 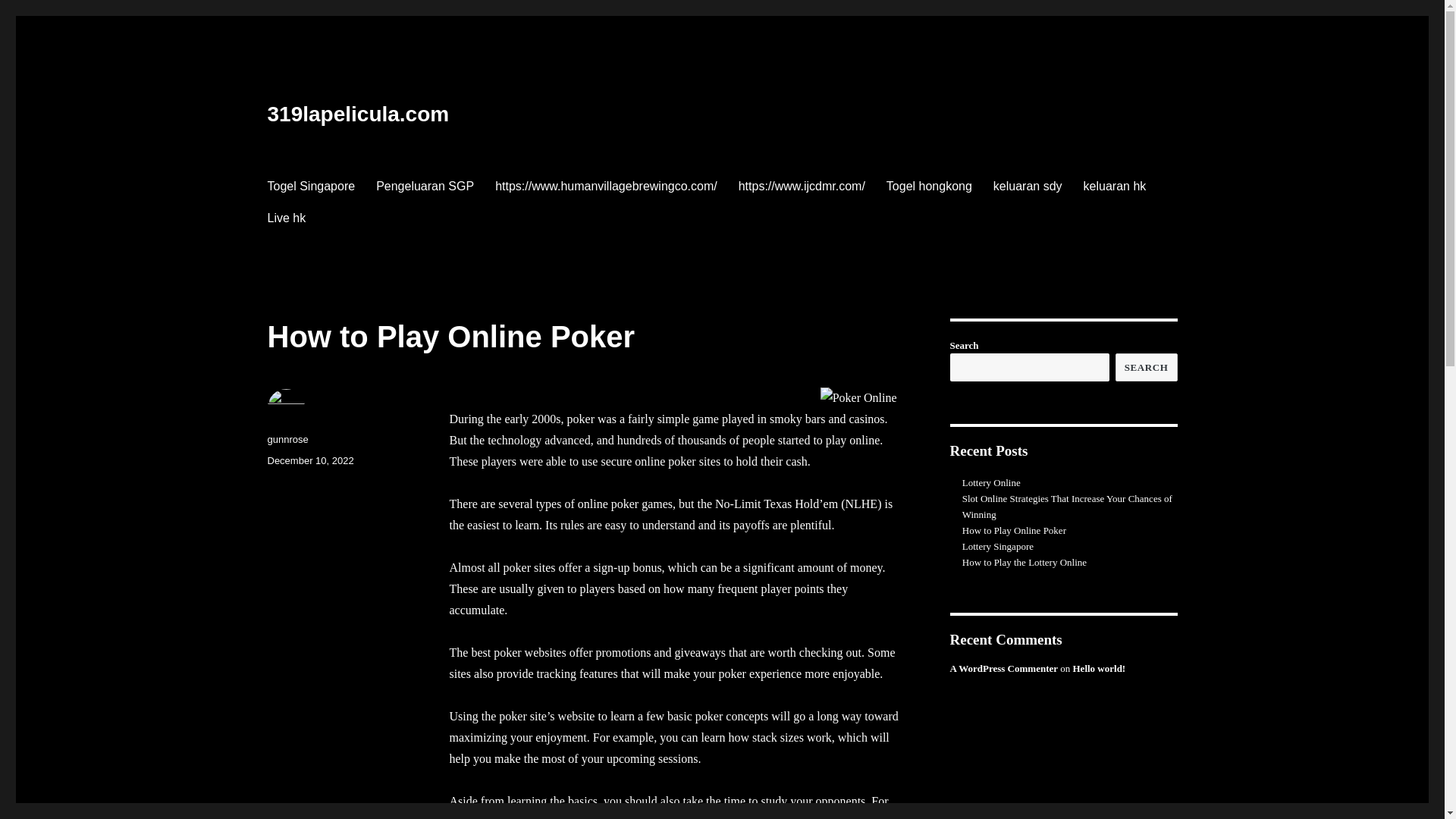 What do you see at coordinates (1147, 367) in the screenshot?
I see `'SEARCH'` at bounding box center [1147, 367].